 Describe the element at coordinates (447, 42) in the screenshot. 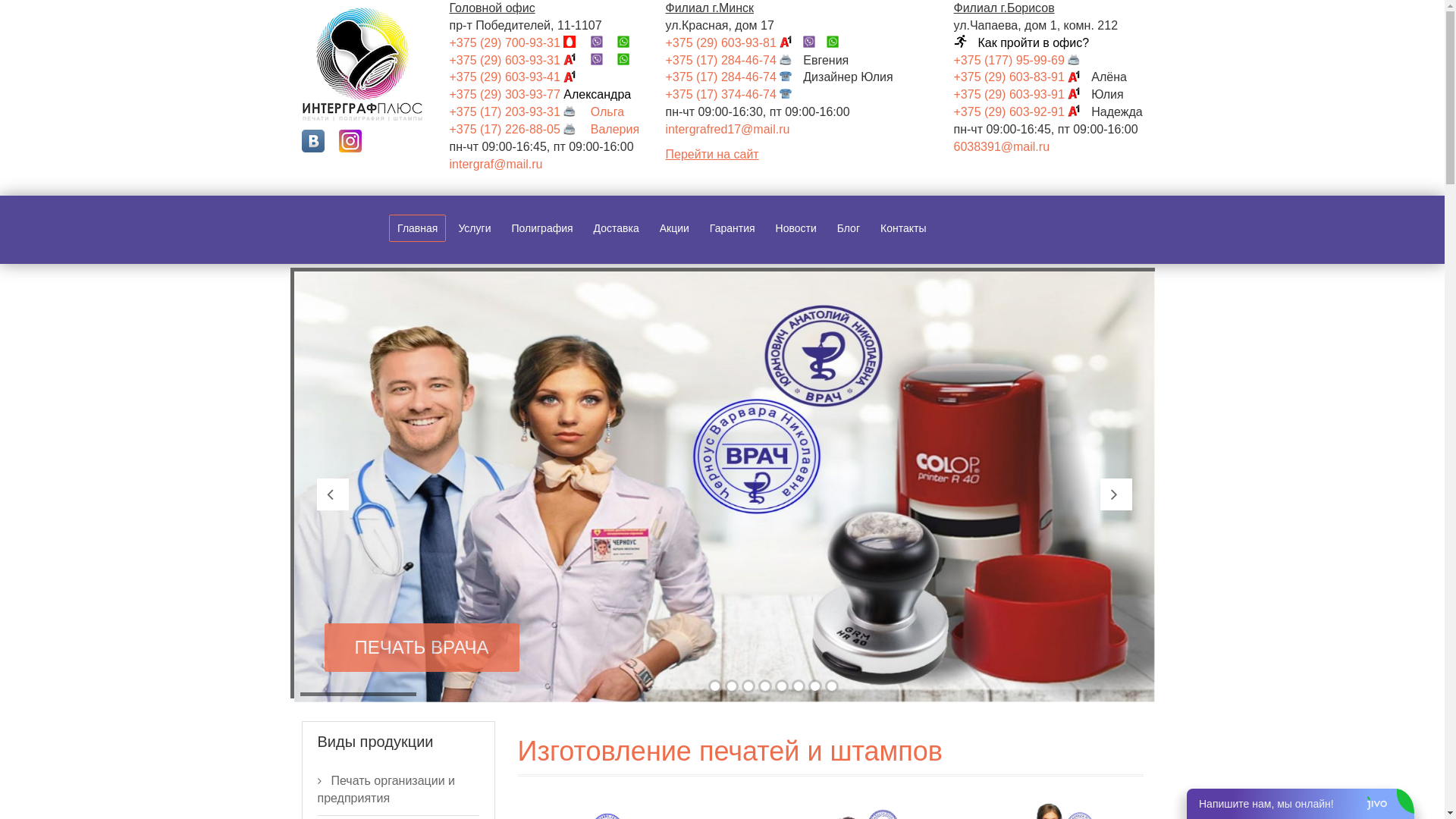

I see `'+375 (29) 700-93-31 '` at that location.